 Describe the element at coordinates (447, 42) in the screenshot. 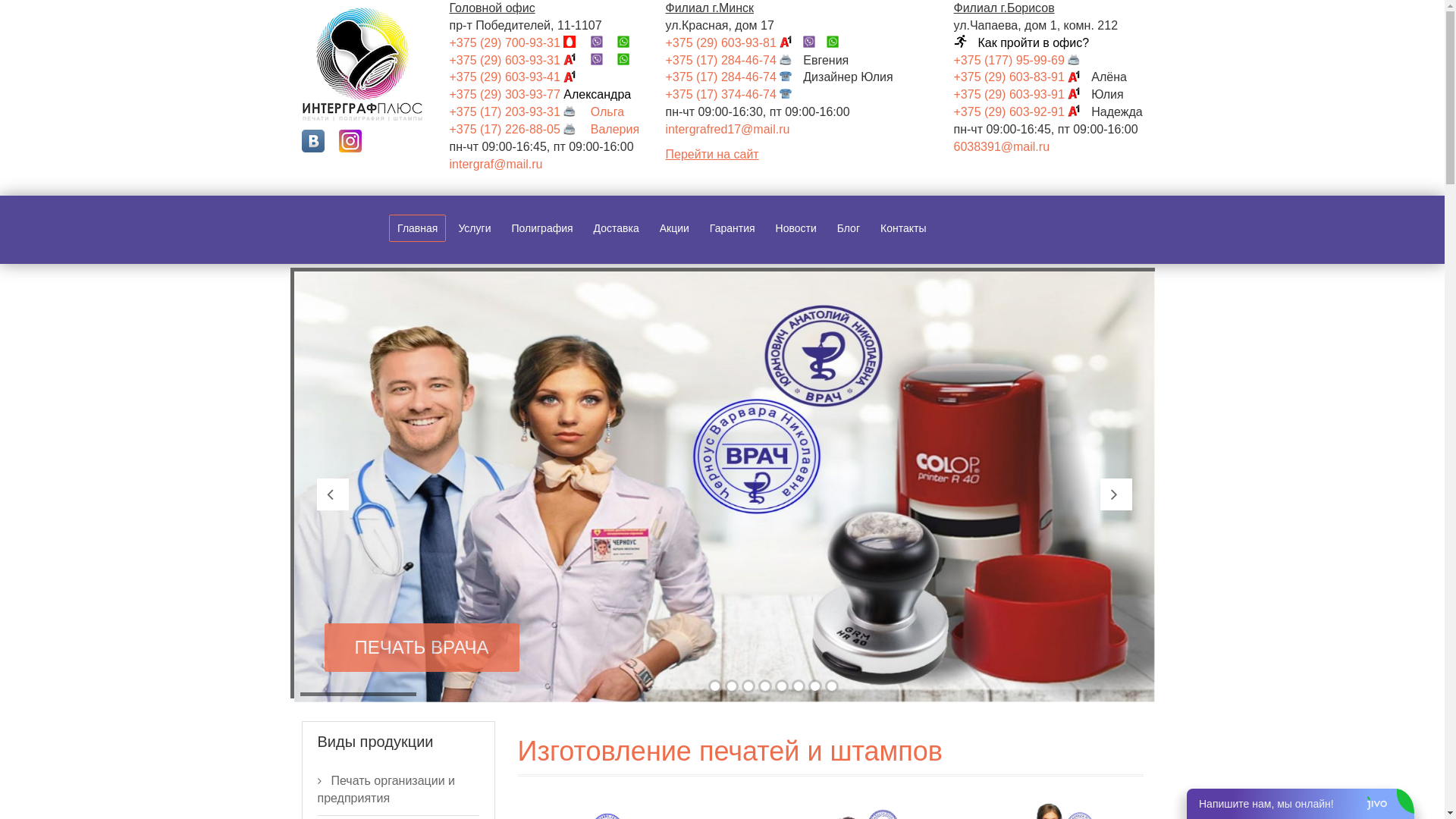

I see `'+375 (29) 700-93-31 '` at that location.